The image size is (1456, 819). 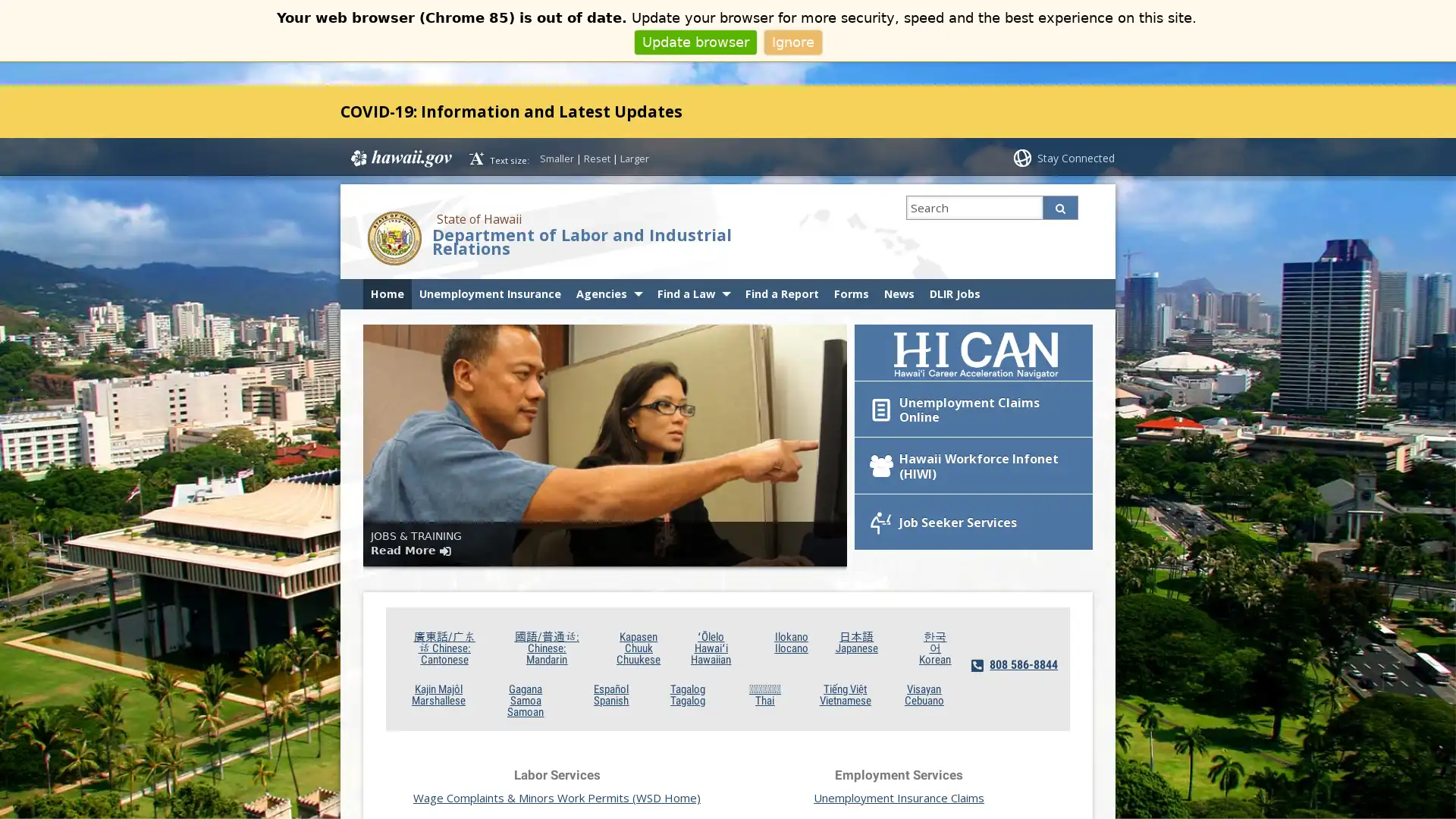 I want to click on Kajin Majol Marshallese, so click(x=438, y=701).